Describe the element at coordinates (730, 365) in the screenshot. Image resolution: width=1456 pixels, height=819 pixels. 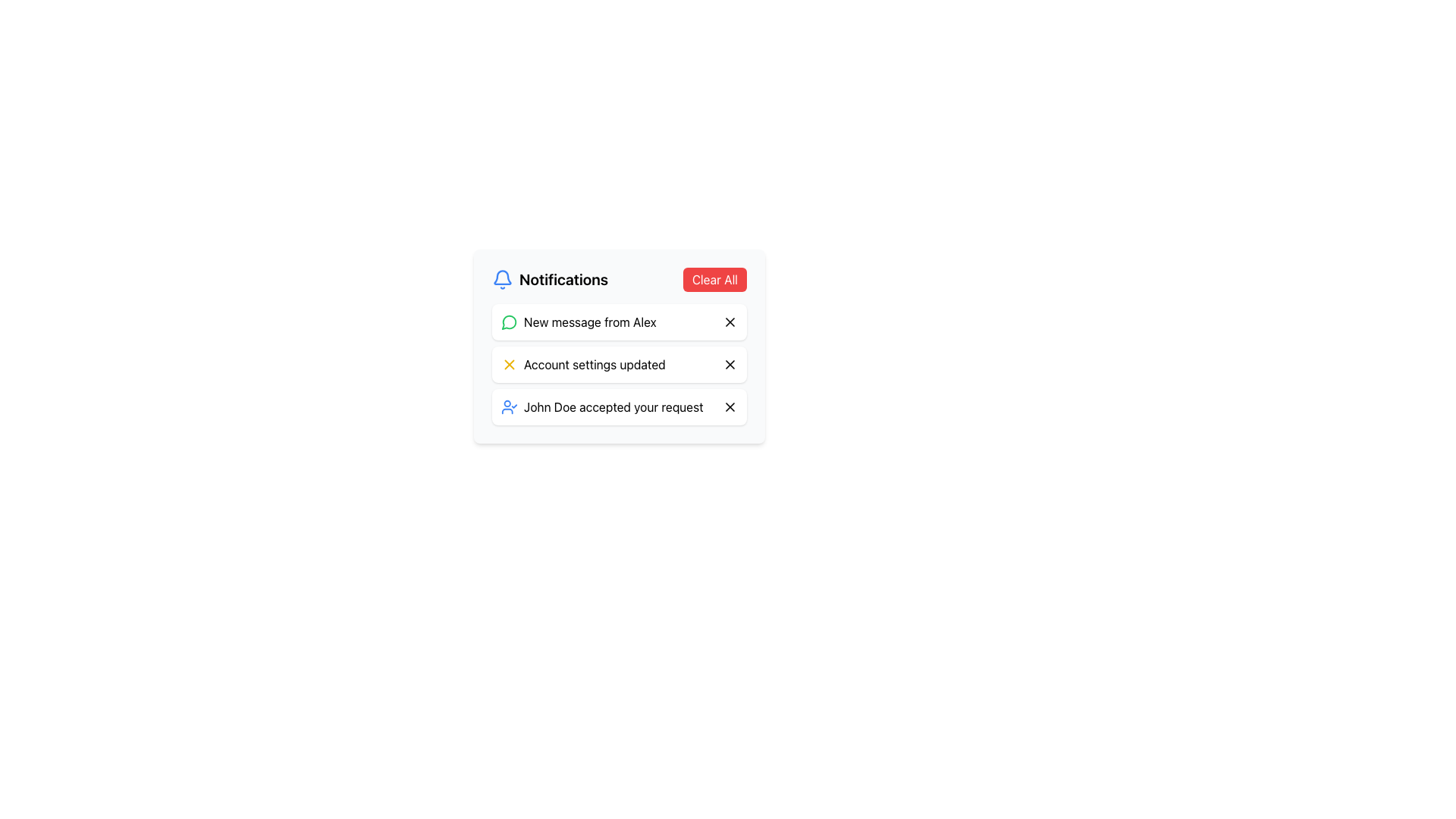
I see `the close button (small square icon with an 'X' symbol) located in the top-right area of the notification that states 'Account settings updated'` at that location.